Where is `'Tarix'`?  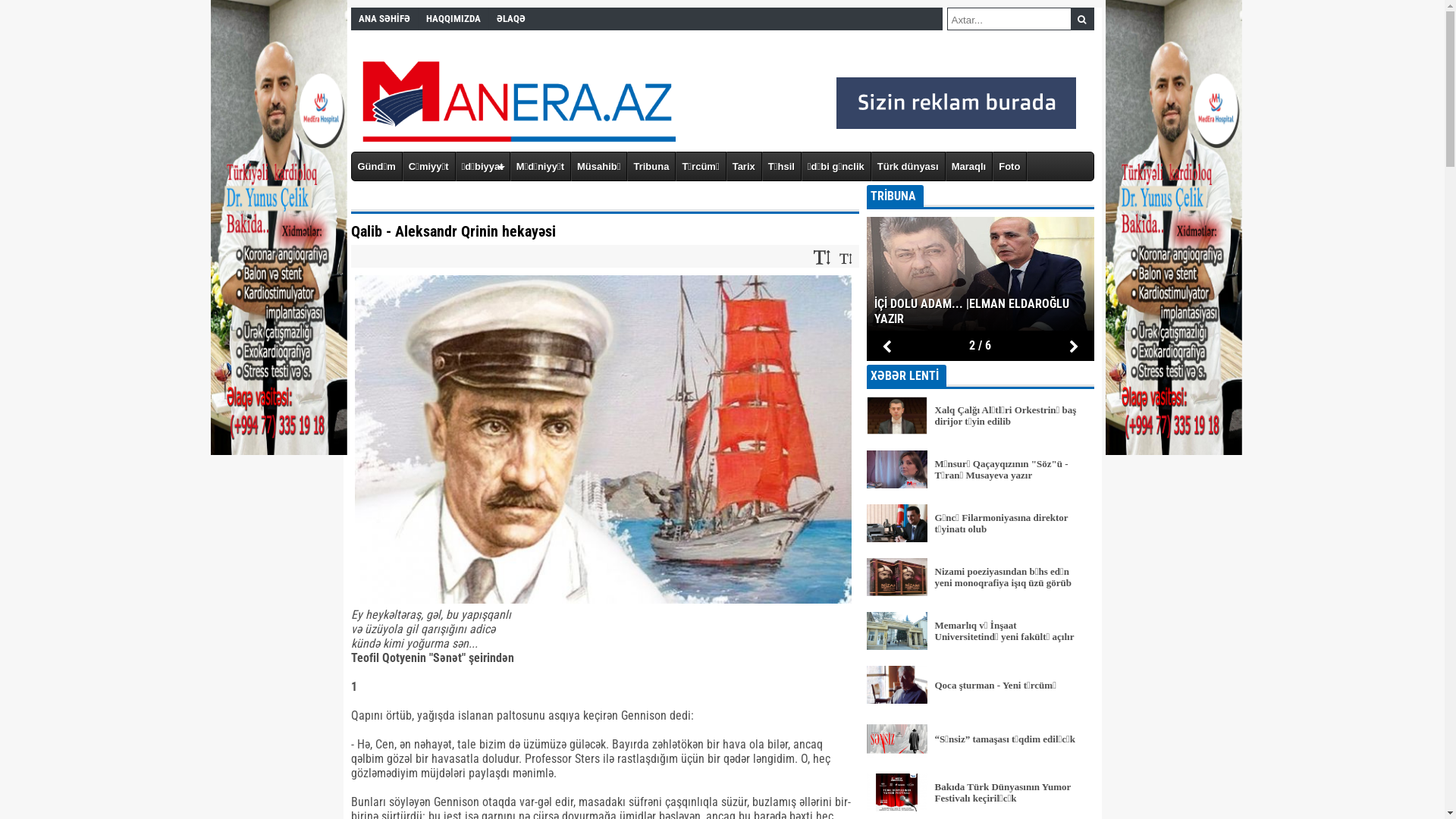 'Tarix' is located at coordinates (744, 166).